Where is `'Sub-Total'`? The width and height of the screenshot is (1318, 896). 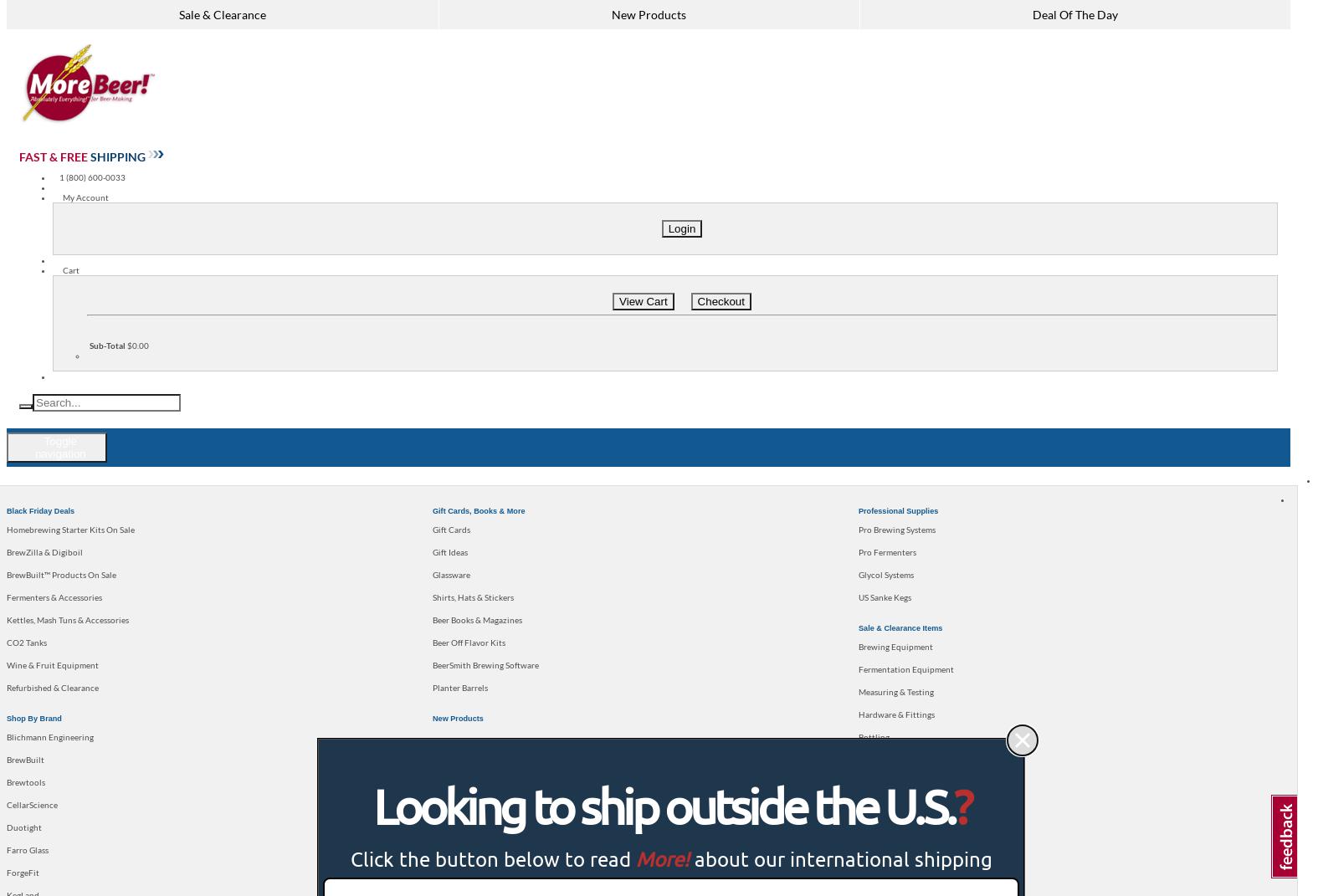
'Sub-Total' is located at coordinates (107, 345).